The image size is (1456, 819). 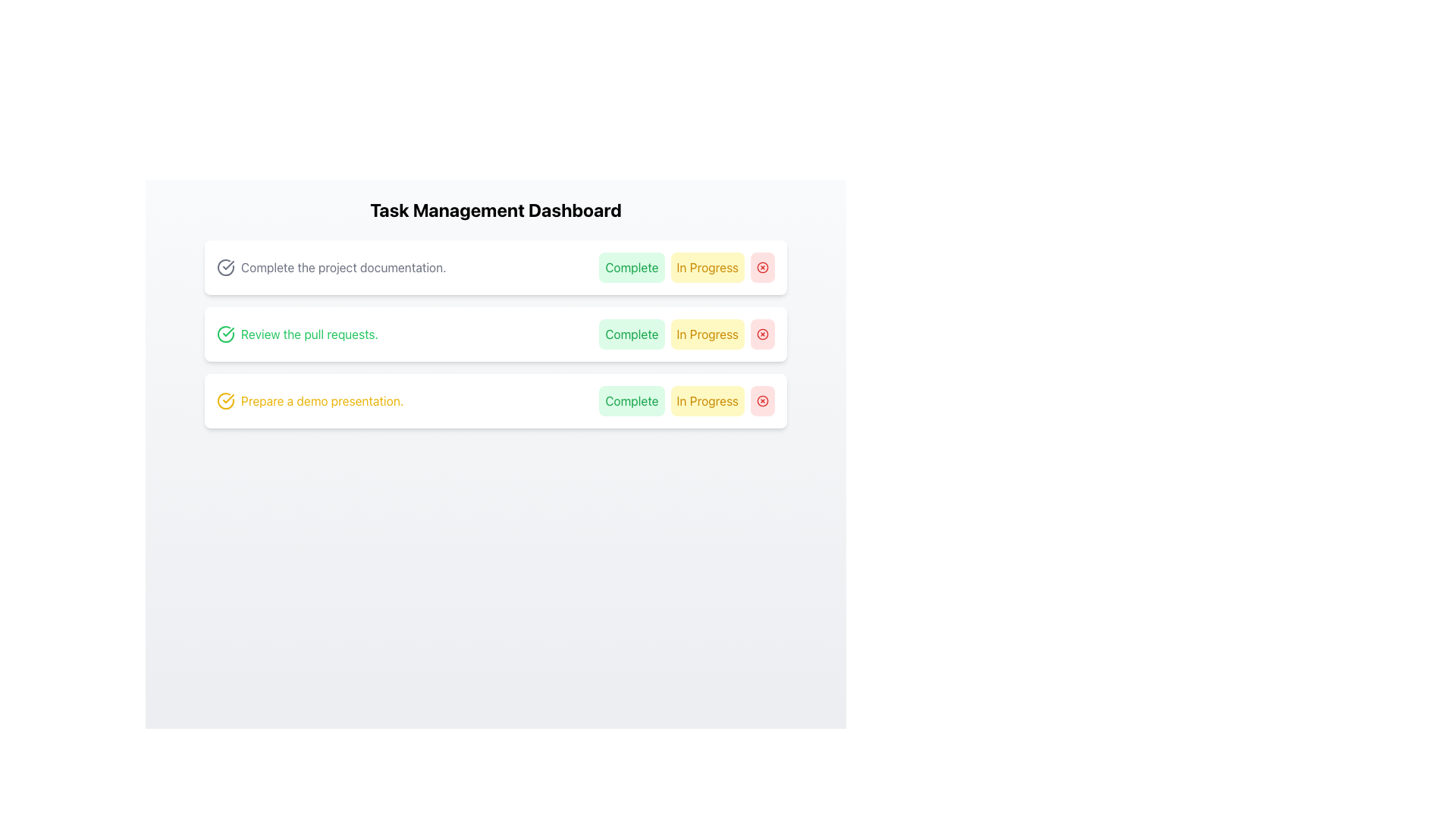 What do you see at coordinates (763, 400) in the screenshot?
I see `the outlined circular graphical icon located at the far right of the third task item row in the task management dashboard` at bounding box center [763, 400].